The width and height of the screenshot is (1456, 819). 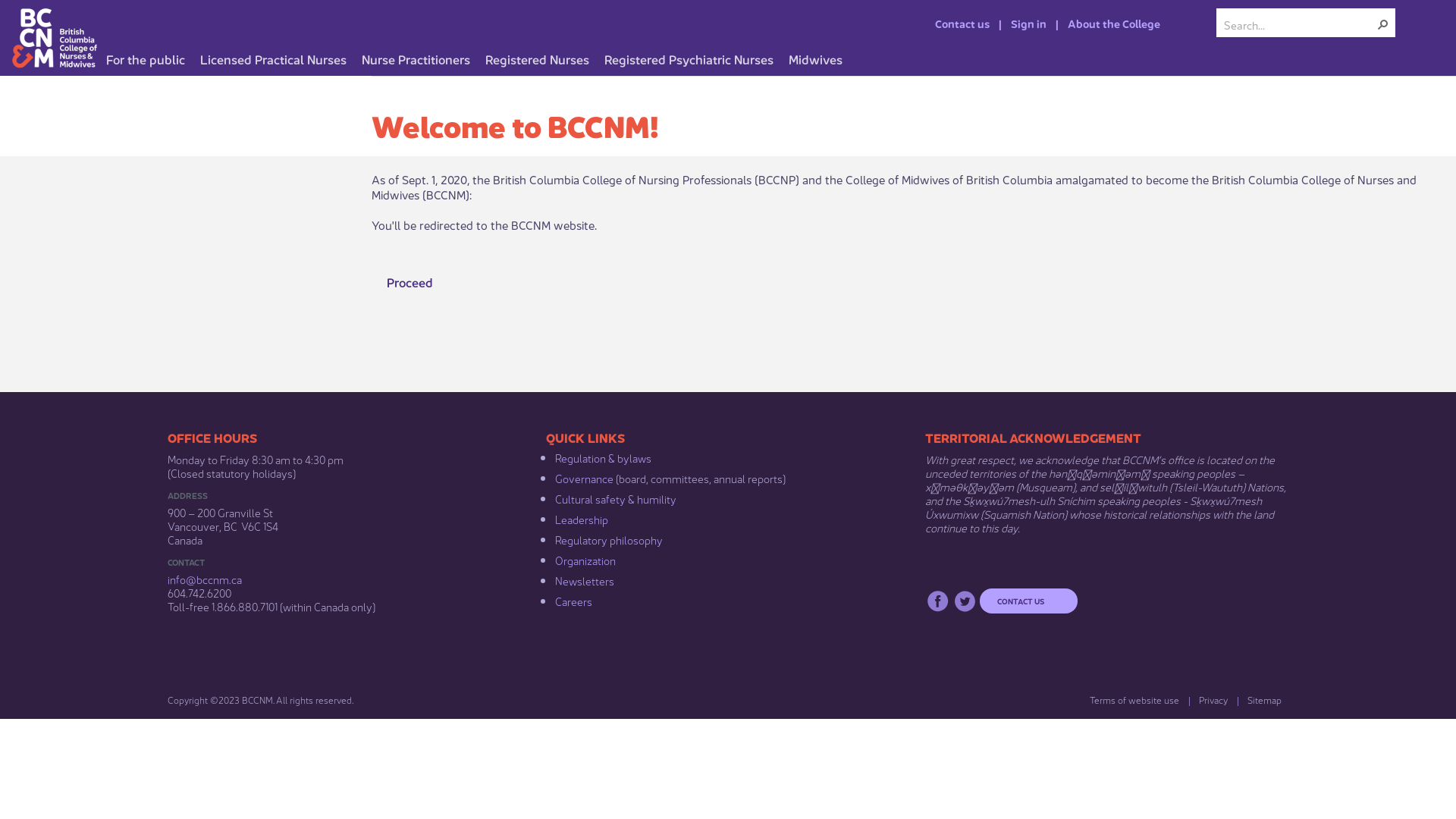 What do you see at coordinates (937, 600) in the screenshot?
I see `'Facebook'` at bounding box center [937, 600].